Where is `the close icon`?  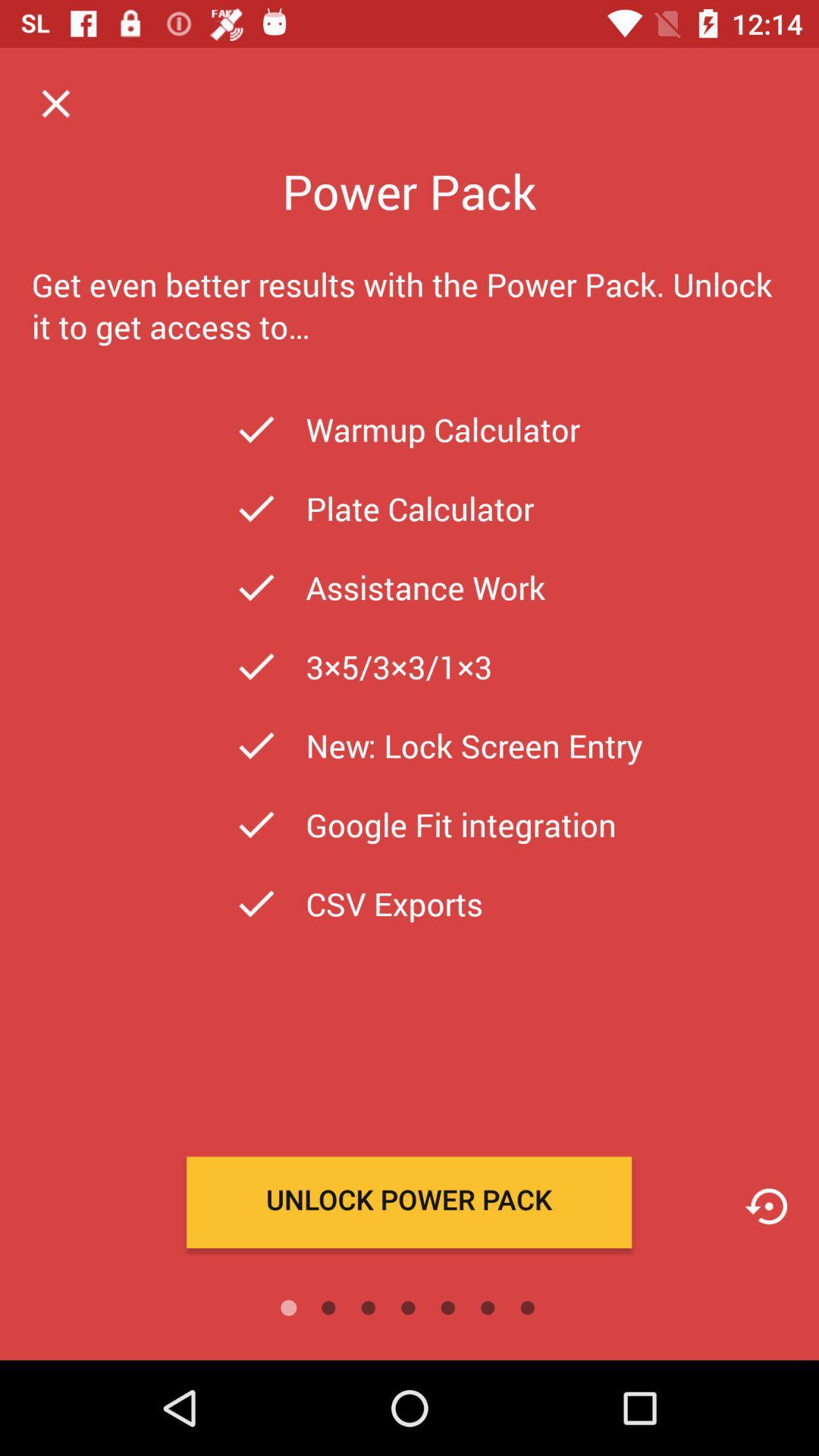
the close icon is located at coordinates (55, 102).